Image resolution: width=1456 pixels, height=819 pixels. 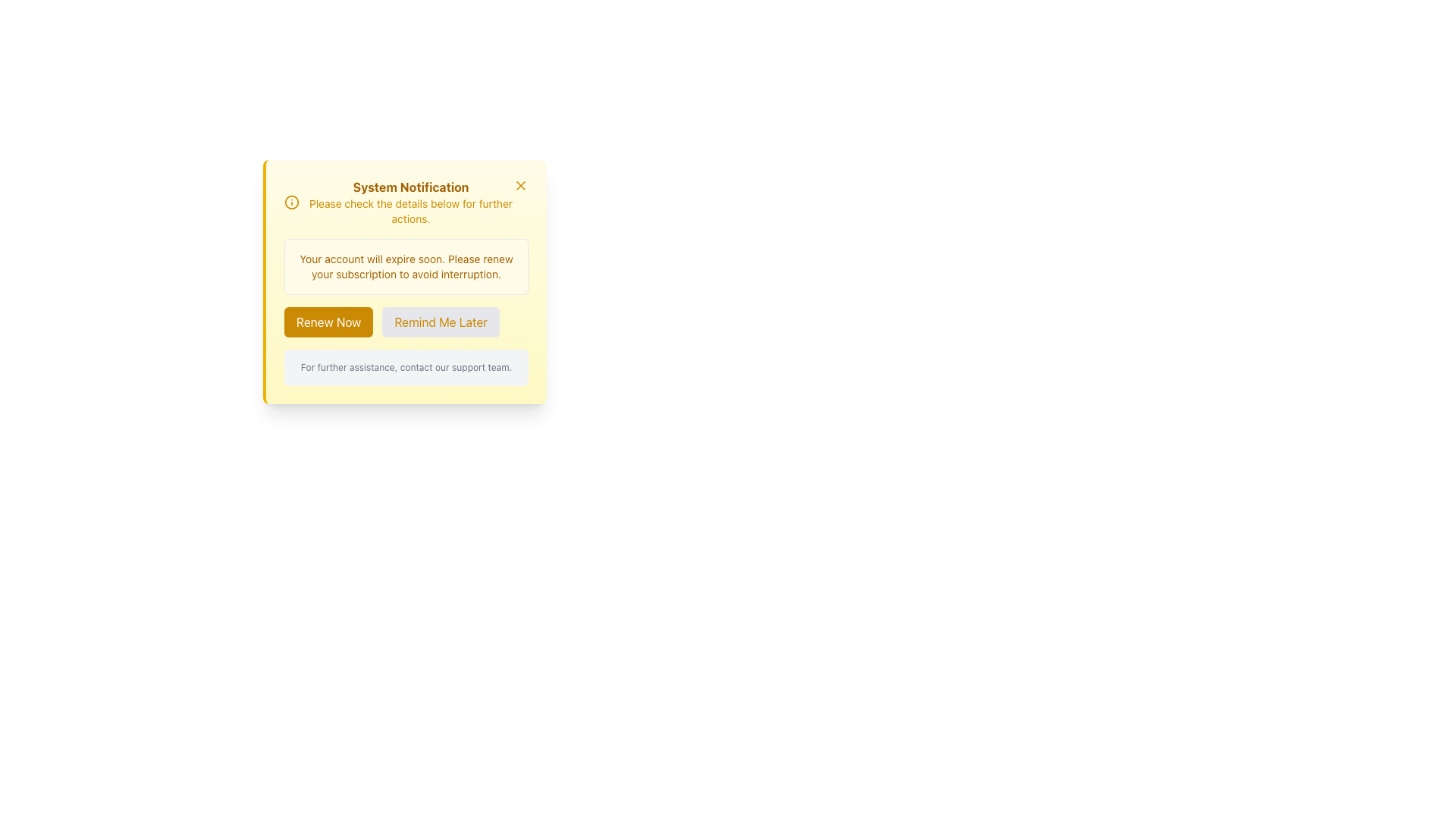 What do you see at coordinates (406, 201) in the screenshot?
I see `contents of the informational alert header located at the top of the notification box, beneath the top border and above the account expiration warning message and action buttons` at bounding box center [406, 201].